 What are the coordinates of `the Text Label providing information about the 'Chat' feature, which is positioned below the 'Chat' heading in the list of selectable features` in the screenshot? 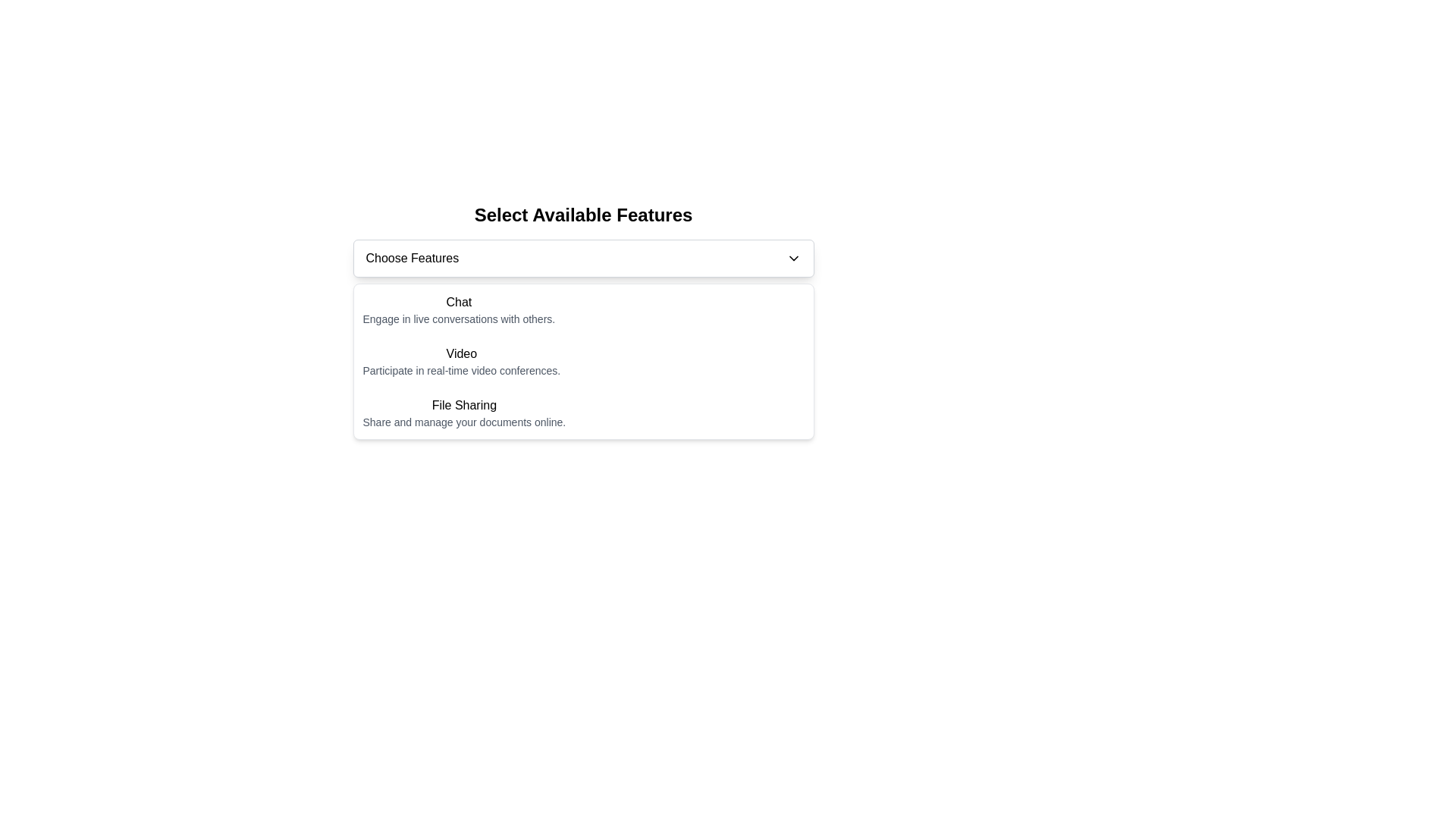 It's located at (458, 318).